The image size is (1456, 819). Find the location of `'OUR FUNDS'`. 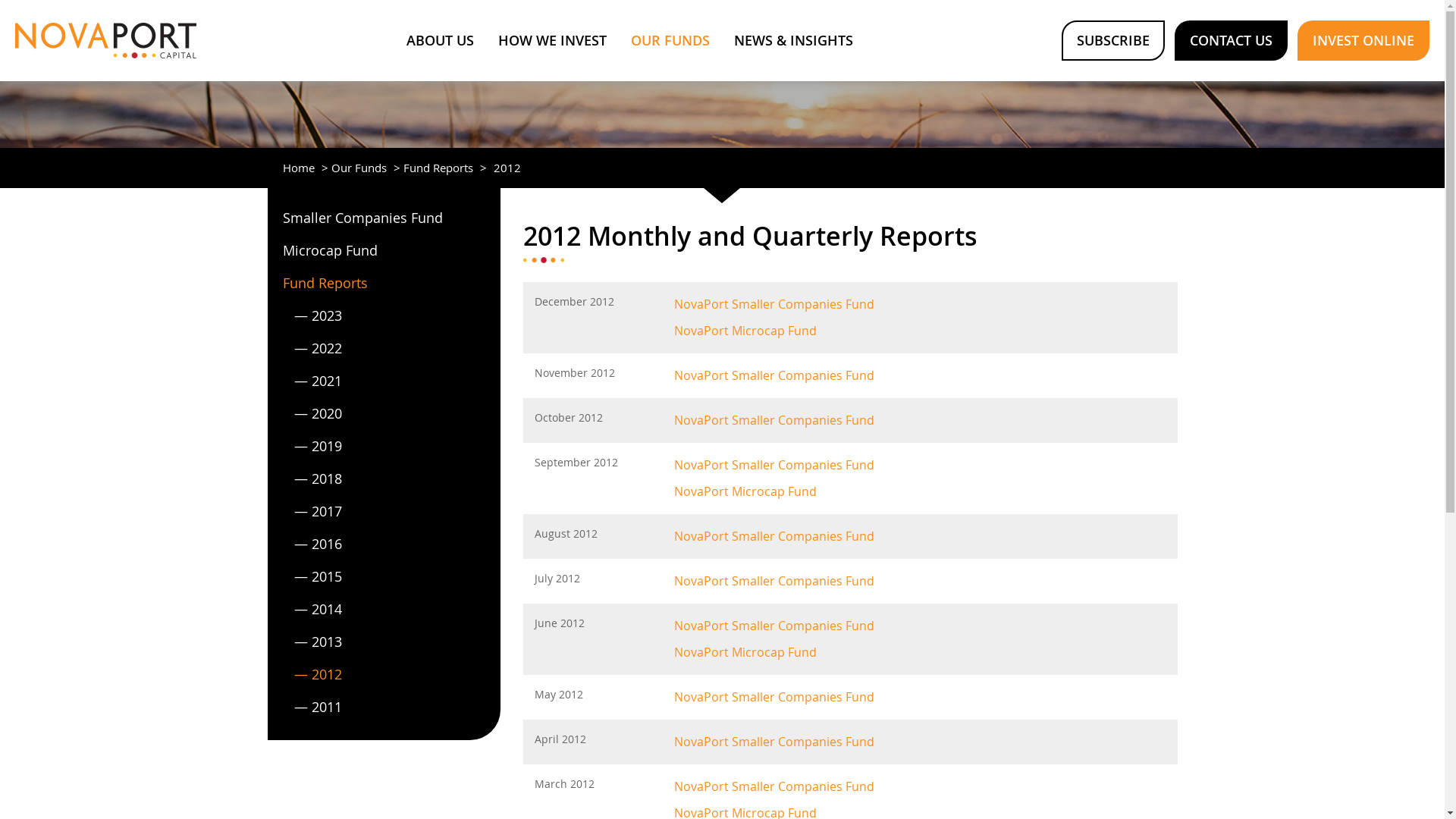

'OUR FUNDS' is located at coordinates (669, 39).